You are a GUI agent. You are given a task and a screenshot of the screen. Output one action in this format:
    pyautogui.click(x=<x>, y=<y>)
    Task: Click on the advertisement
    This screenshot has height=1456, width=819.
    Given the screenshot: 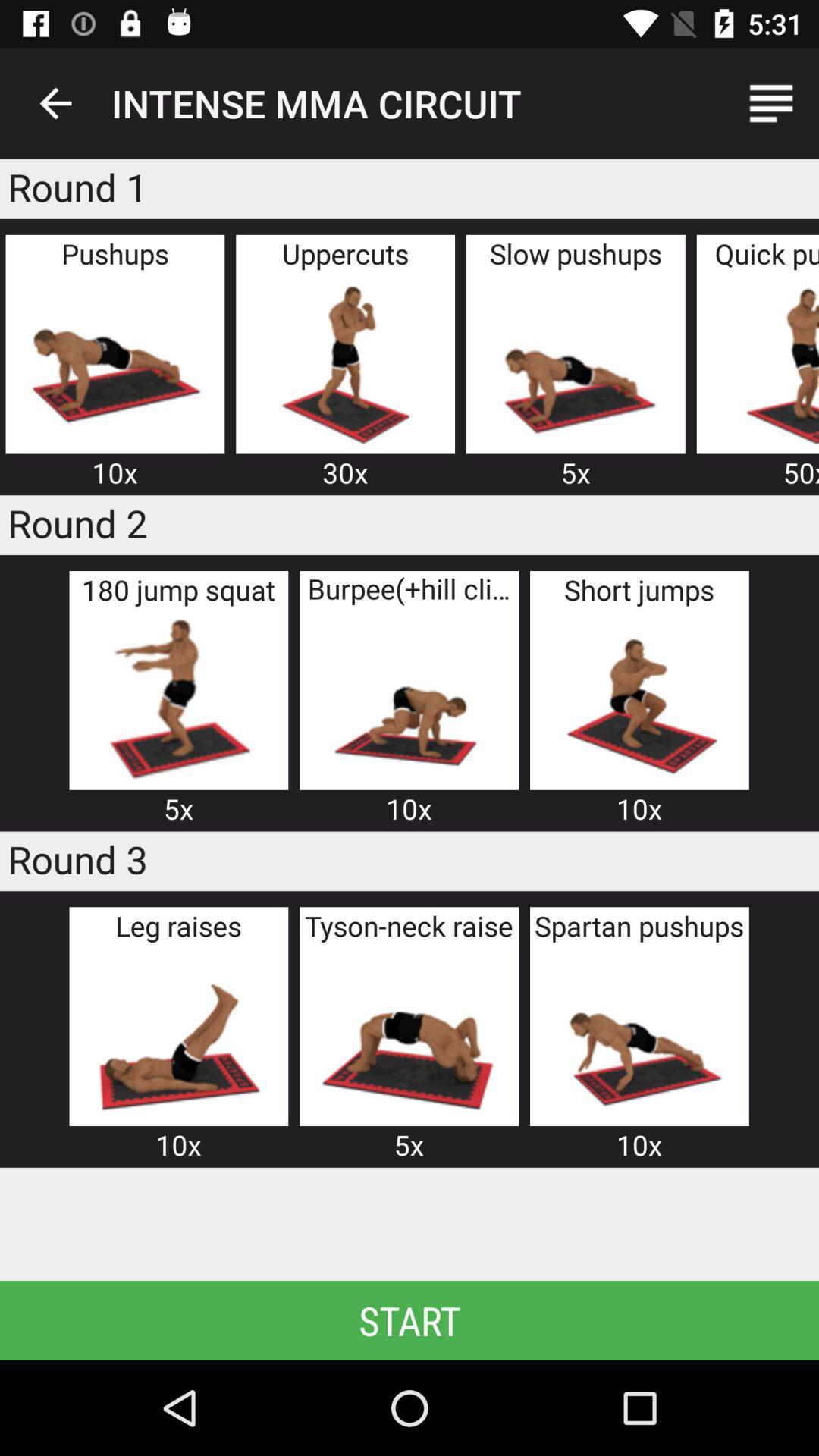 What is the action you would take?
    pyautogui.click(x=639, y=1034)
    